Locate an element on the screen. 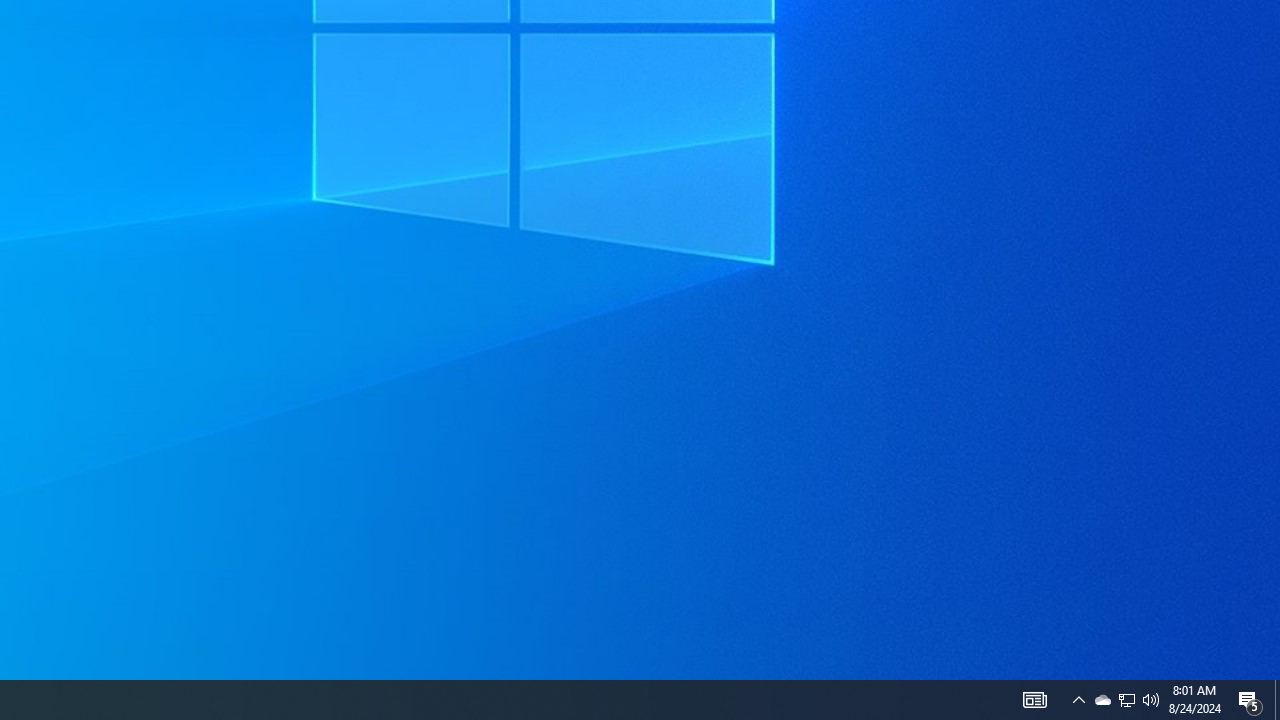  'Q2790: 100%' is located at coordinates (1151, 698).